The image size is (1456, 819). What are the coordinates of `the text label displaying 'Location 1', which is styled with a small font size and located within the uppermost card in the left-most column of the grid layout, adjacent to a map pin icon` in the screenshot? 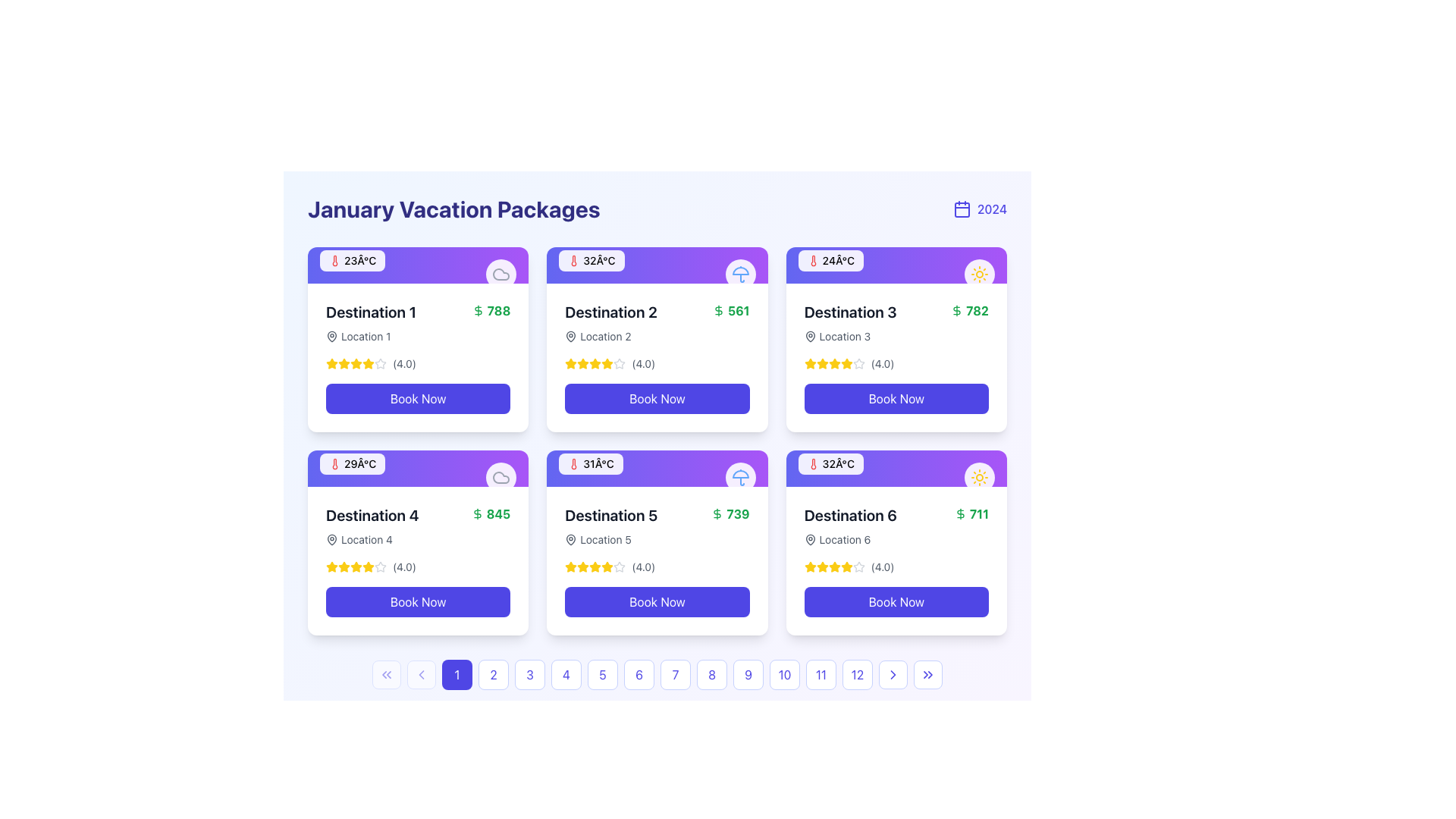 It's located at (366, 335).